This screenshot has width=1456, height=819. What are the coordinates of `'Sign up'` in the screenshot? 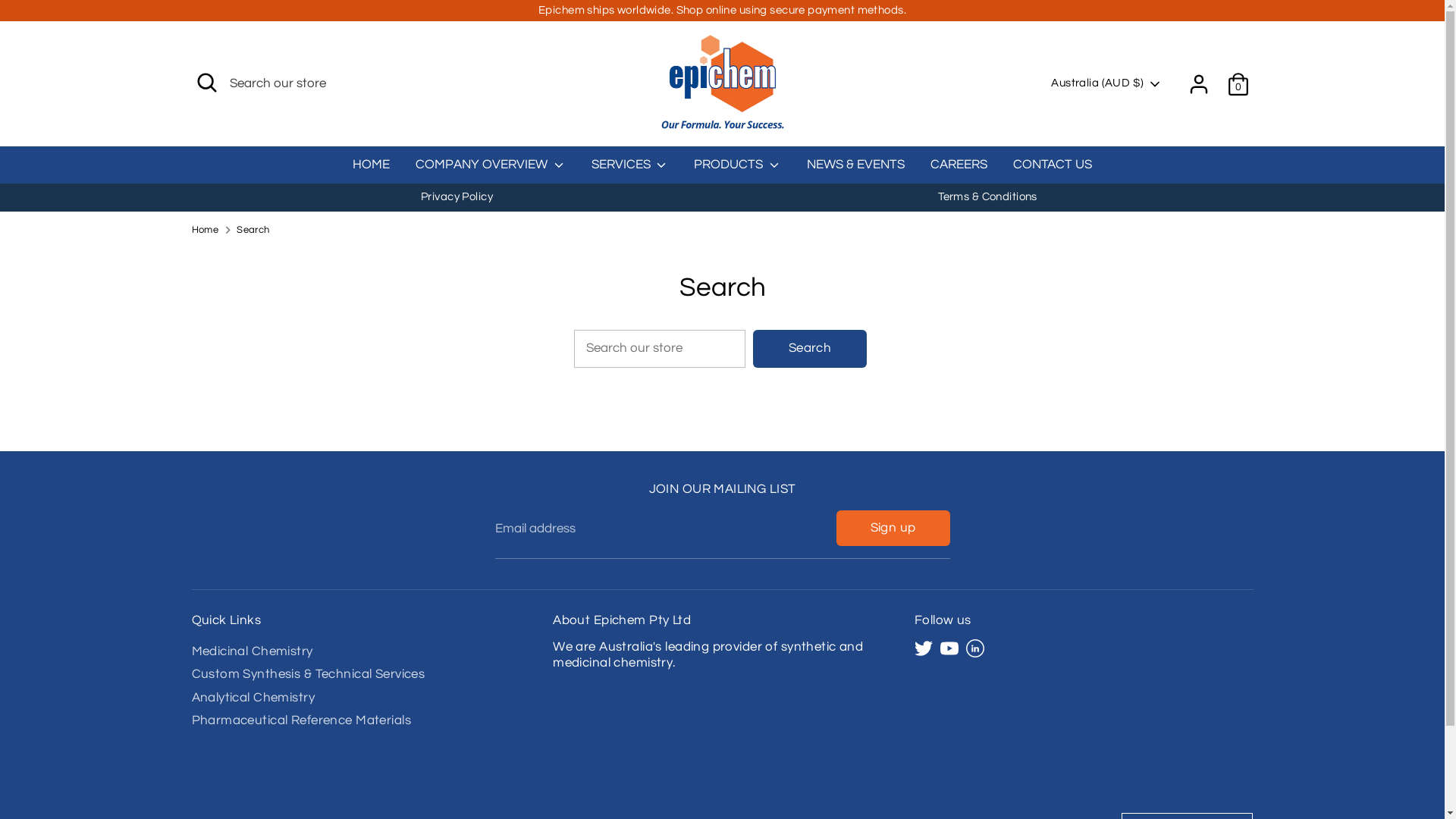 It's located at (893, 528).